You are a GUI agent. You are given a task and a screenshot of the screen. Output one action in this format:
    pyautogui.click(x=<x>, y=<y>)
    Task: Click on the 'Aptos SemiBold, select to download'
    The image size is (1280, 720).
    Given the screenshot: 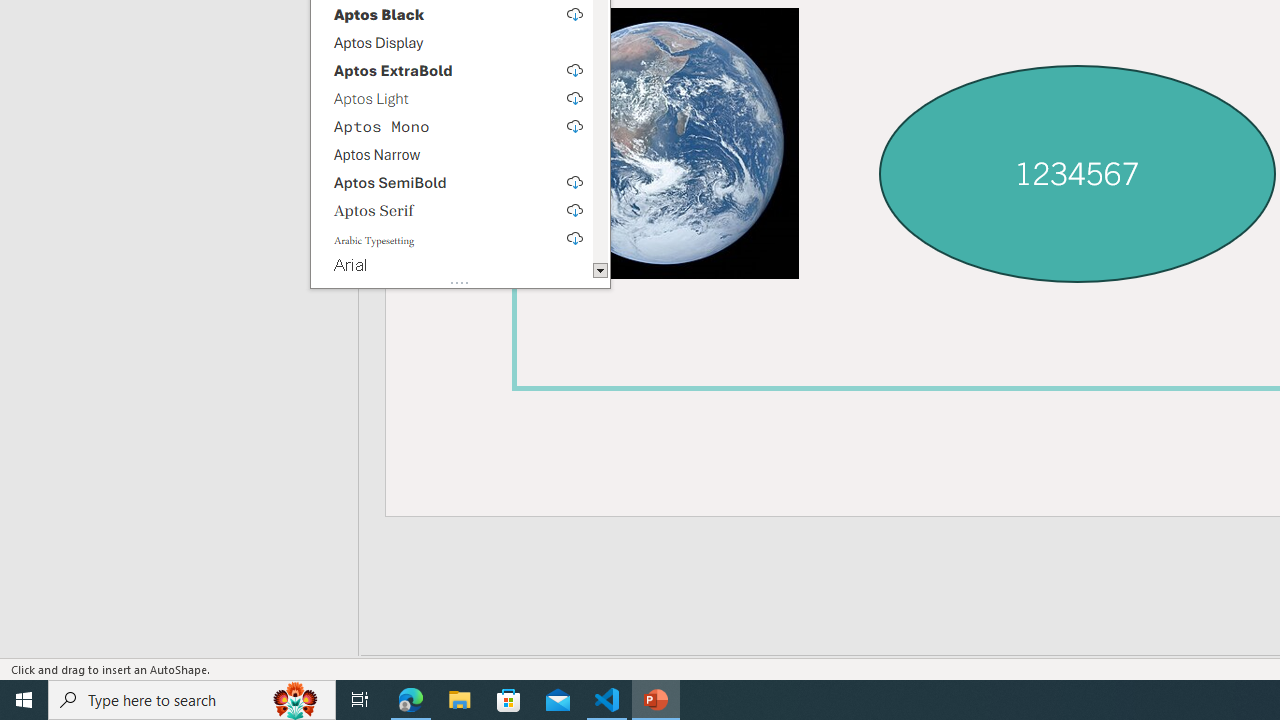 What is the action you would take?
    pyautogui.click(x=450, y=181)
    